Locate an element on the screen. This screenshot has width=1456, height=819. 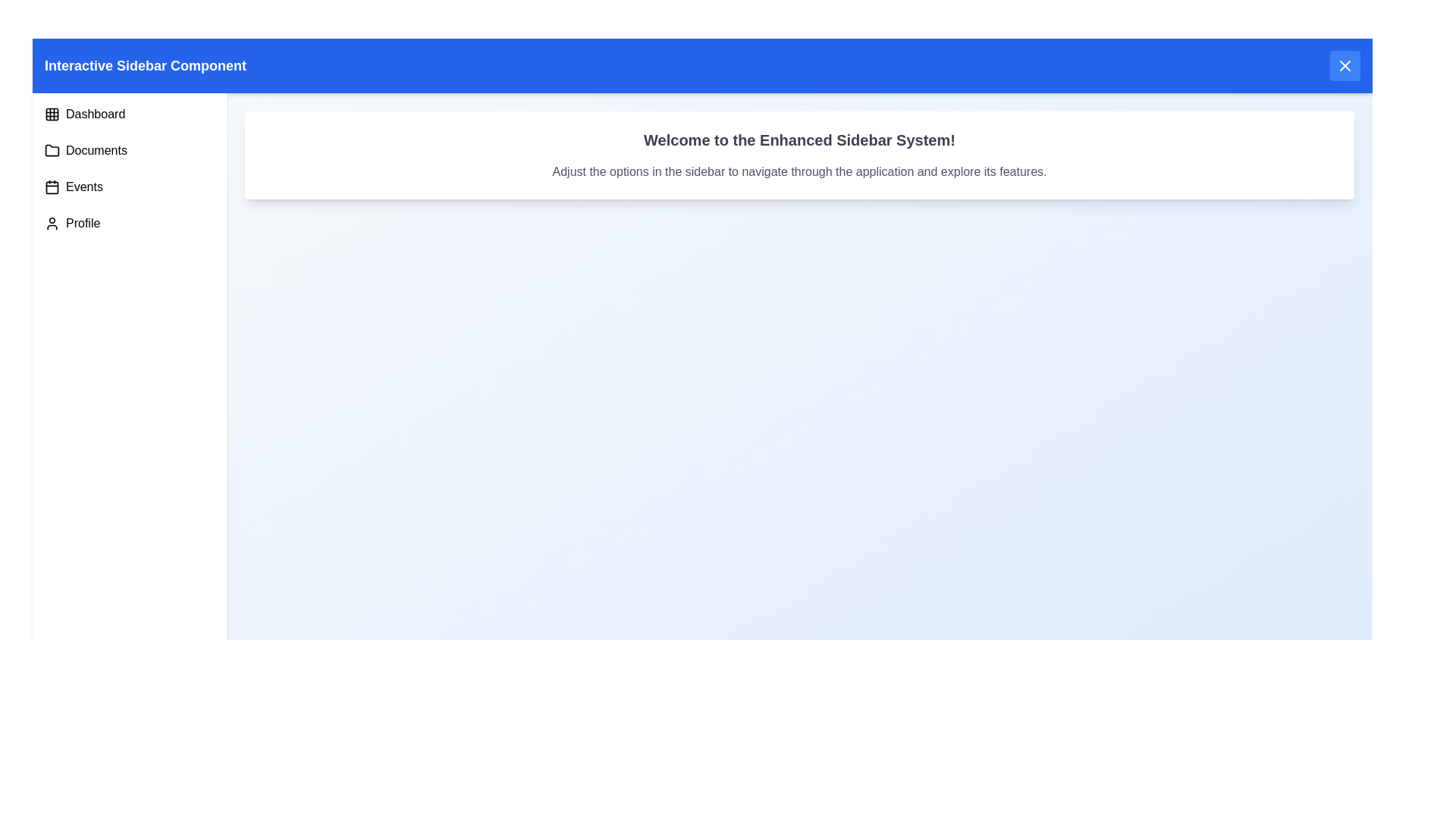
the small folder icon located next to the 'Documents' label in the vertical navigation sidebar, positioned second from the top between 'Dashboard' and 'Events' is located at coordinates (52, 150).